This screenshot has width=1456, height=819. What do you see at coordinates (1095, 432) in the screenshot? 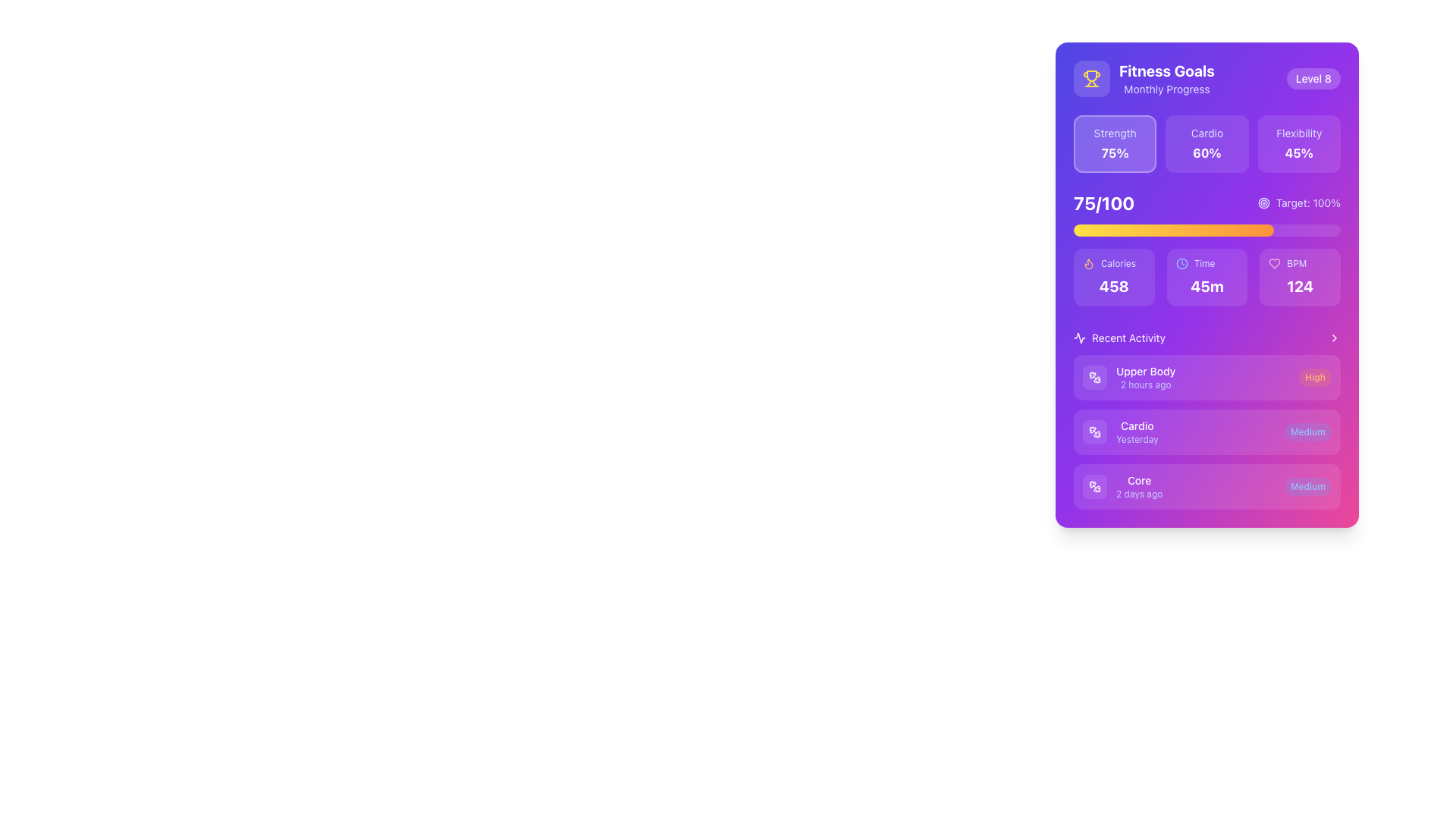
I see `icon located to the left of the 'Cardio' text in the 'Recent Activity' section` at bounding box center [1095, 432].